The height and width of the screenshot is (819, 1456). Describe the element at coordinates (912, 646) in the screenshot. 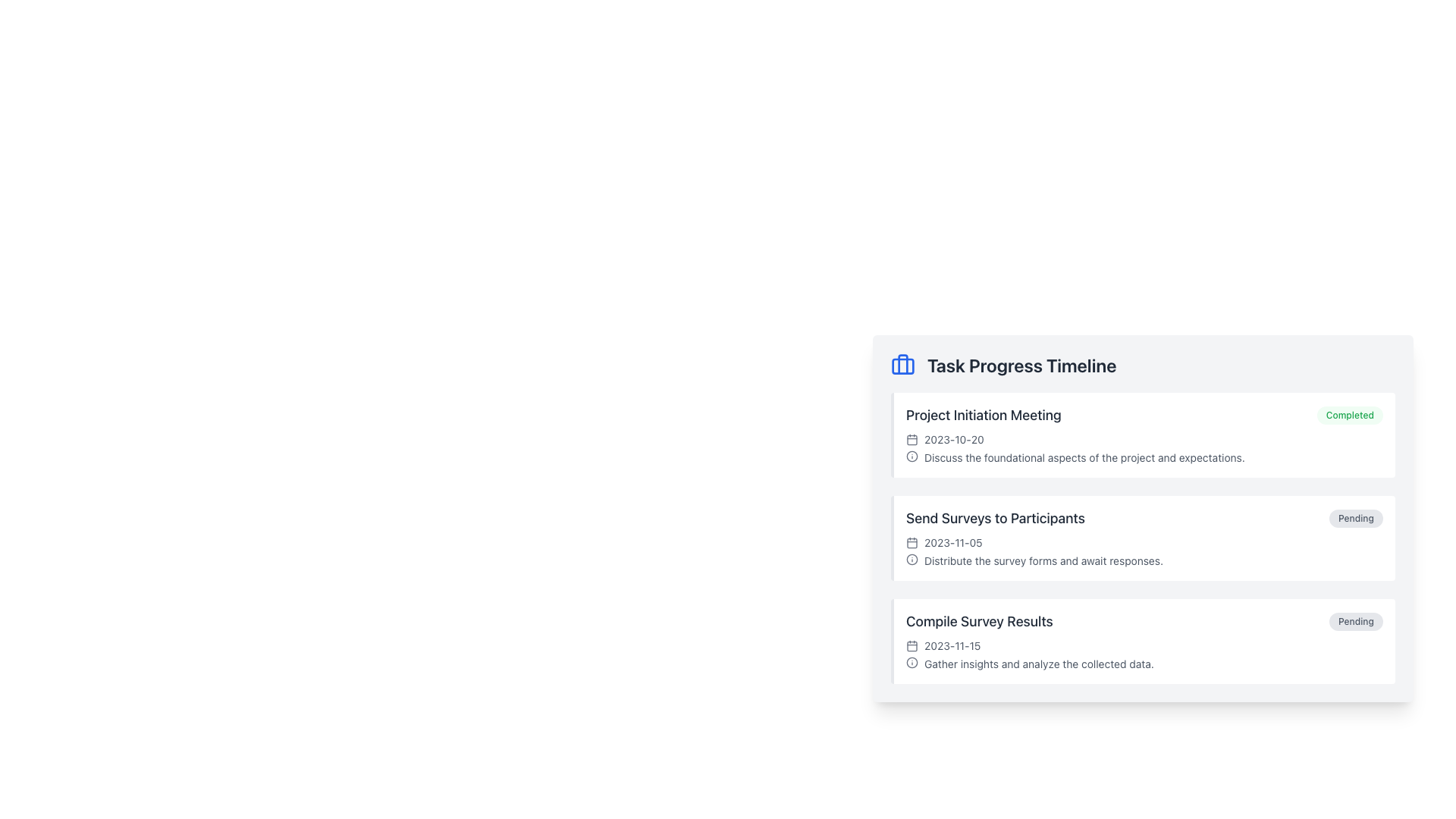

I see `the date icon representing '2023-11-15' in the timeline entry titled 'Compile Survey Results'` at that location.